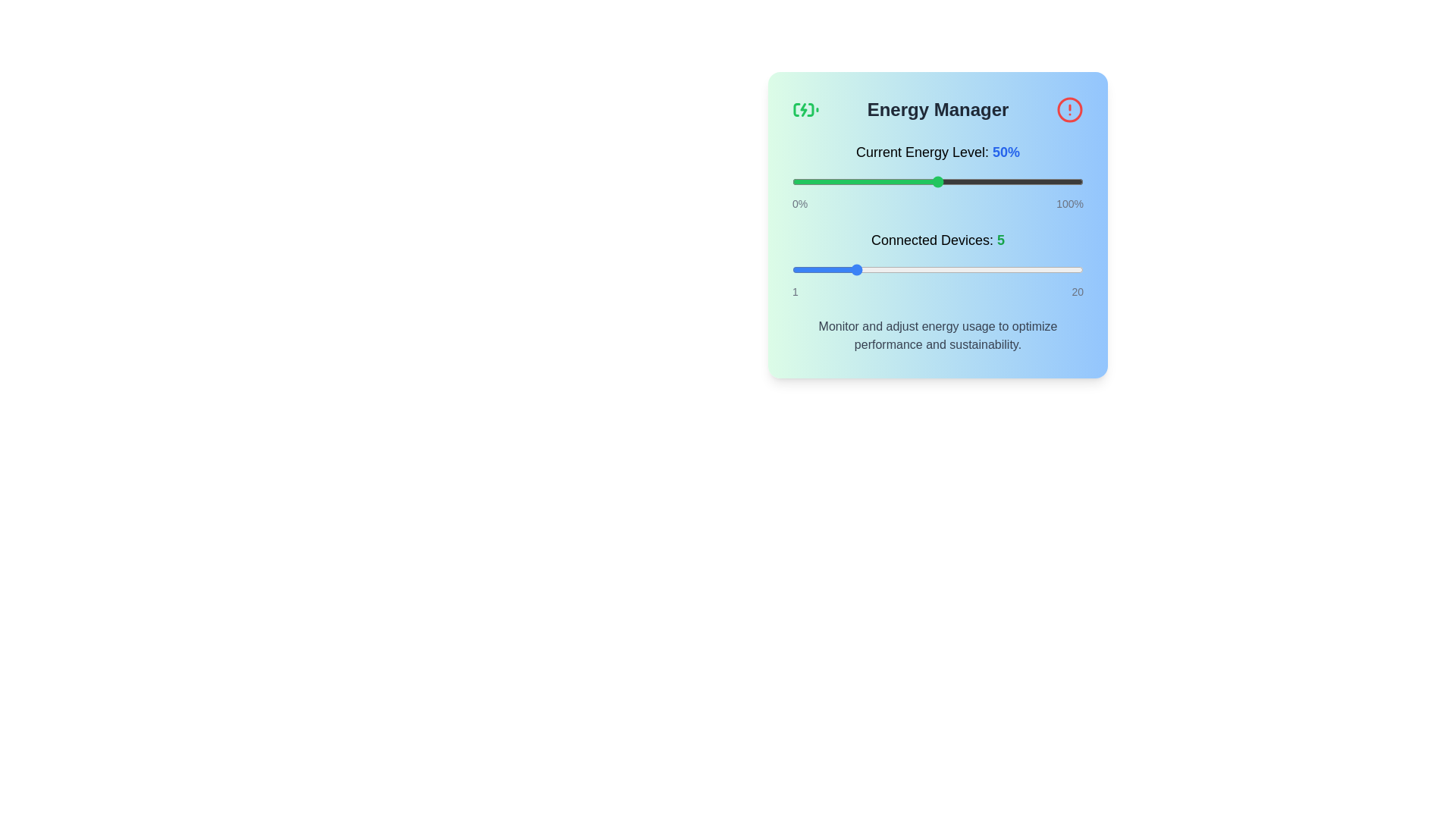 The image size is (1456, 819). Describe the element at coordinates (1069, 109) in the screenshot. I see `the header icon identified by alert_icon` at that location.